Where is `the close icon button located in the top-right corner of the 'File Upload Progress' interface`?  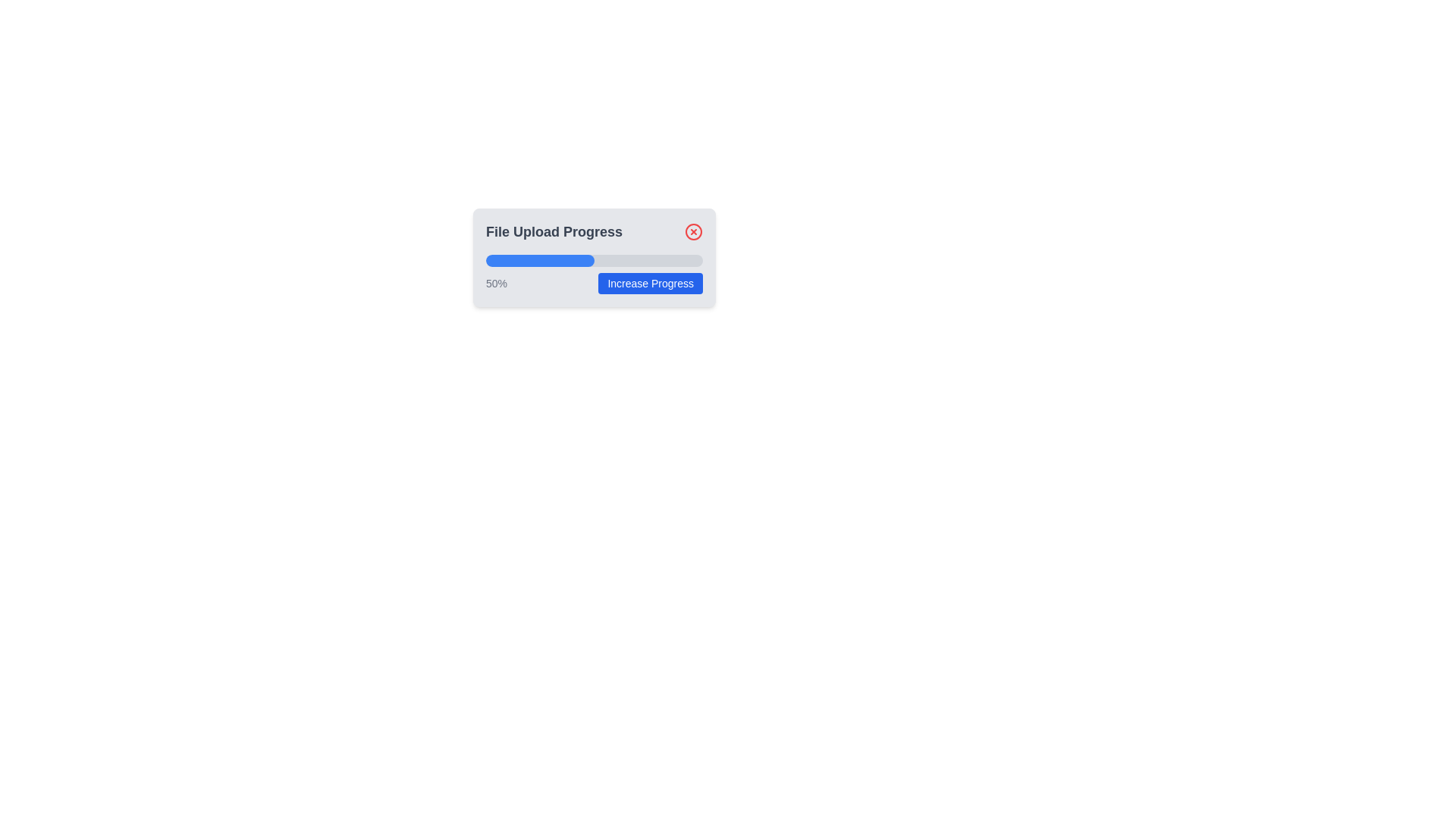
the close icon button located in the top-right corner of the 'File Upload Progress' interface is located at coordinates (693, 231).